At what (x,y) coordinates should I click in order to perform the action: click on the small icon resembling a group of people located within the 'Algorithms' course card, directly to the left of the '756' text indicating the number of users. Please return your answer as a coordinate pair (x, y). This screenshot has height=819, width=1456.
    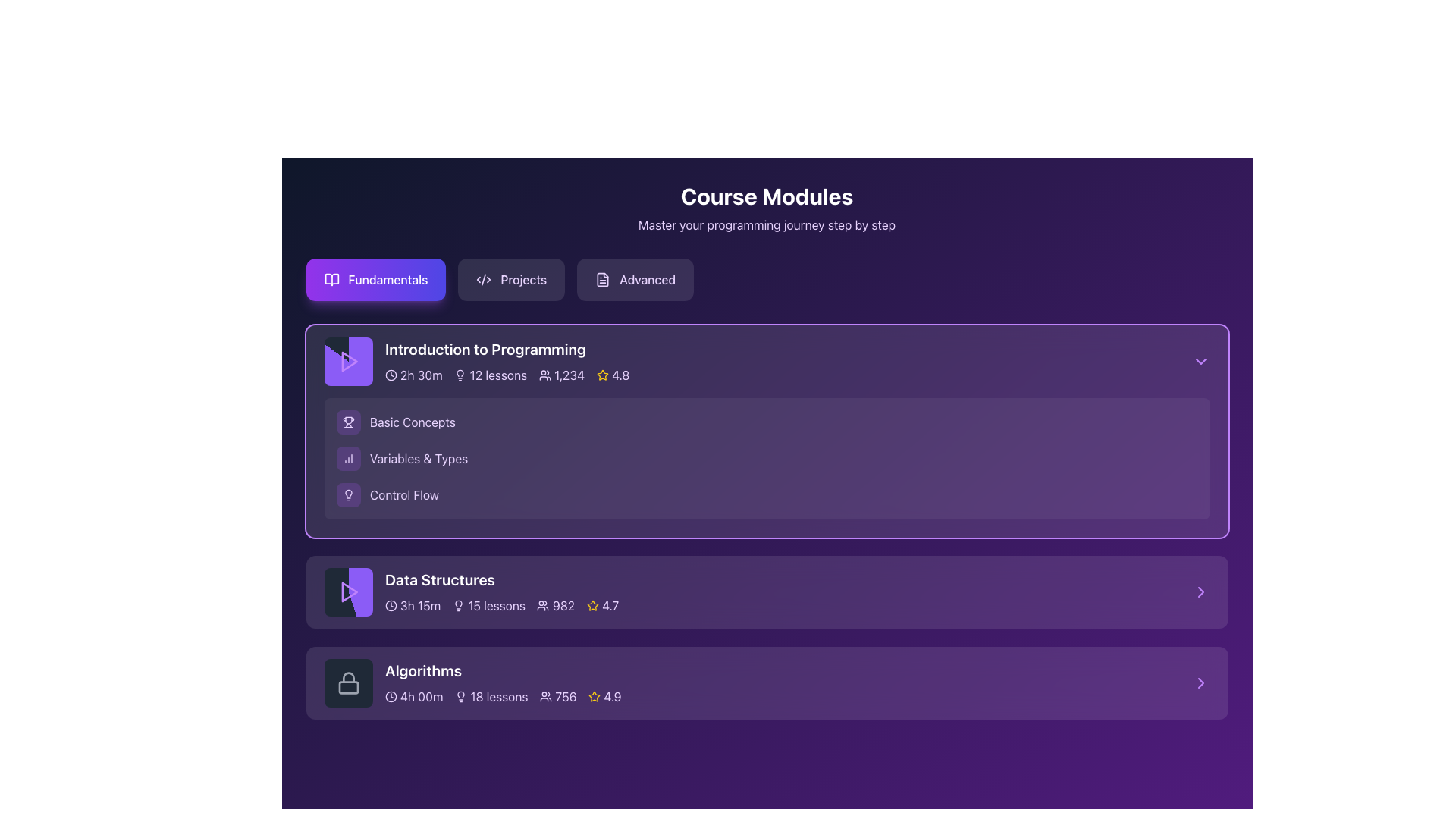
    Looking at the image, I should click on (545, 696).